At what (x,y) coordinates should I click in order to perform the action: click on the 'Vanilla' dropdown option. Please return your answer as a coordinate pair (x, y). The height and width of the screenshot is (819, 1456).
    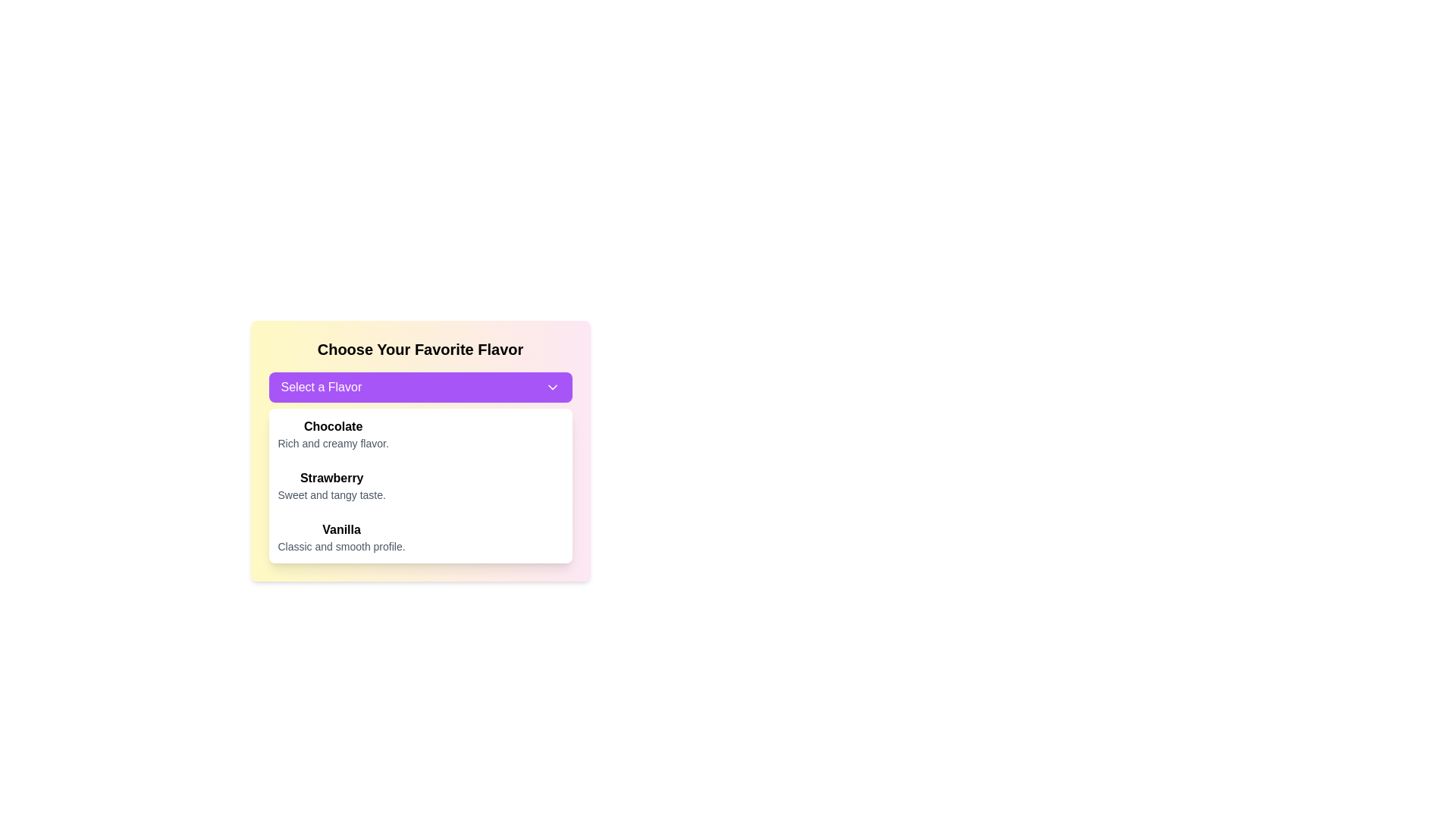
    Looking at the image, I should click on (340, 537).